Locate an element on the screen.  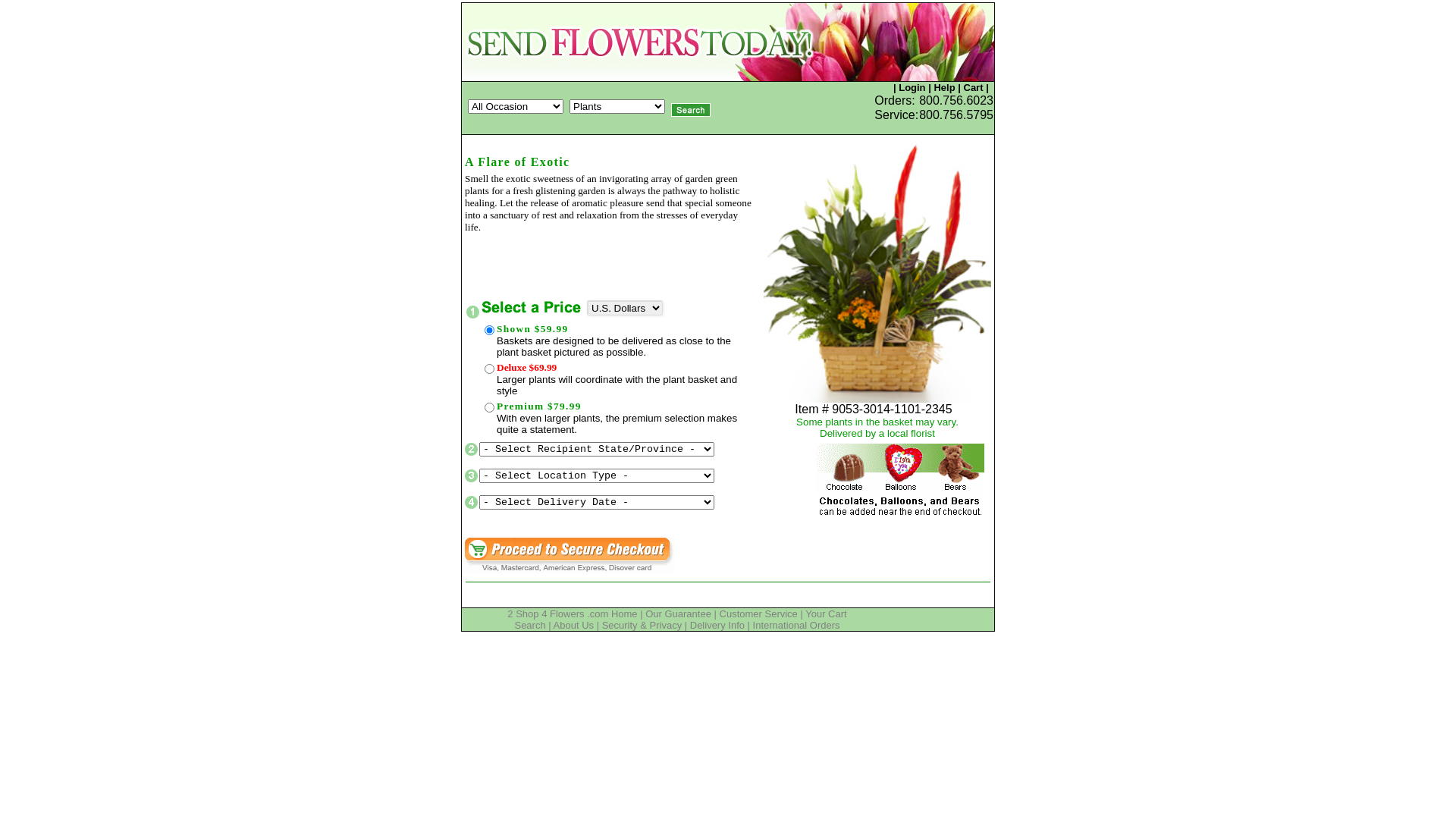
'2 Shop 4 Flowers .com Home' is located at coordinates (571, 613).